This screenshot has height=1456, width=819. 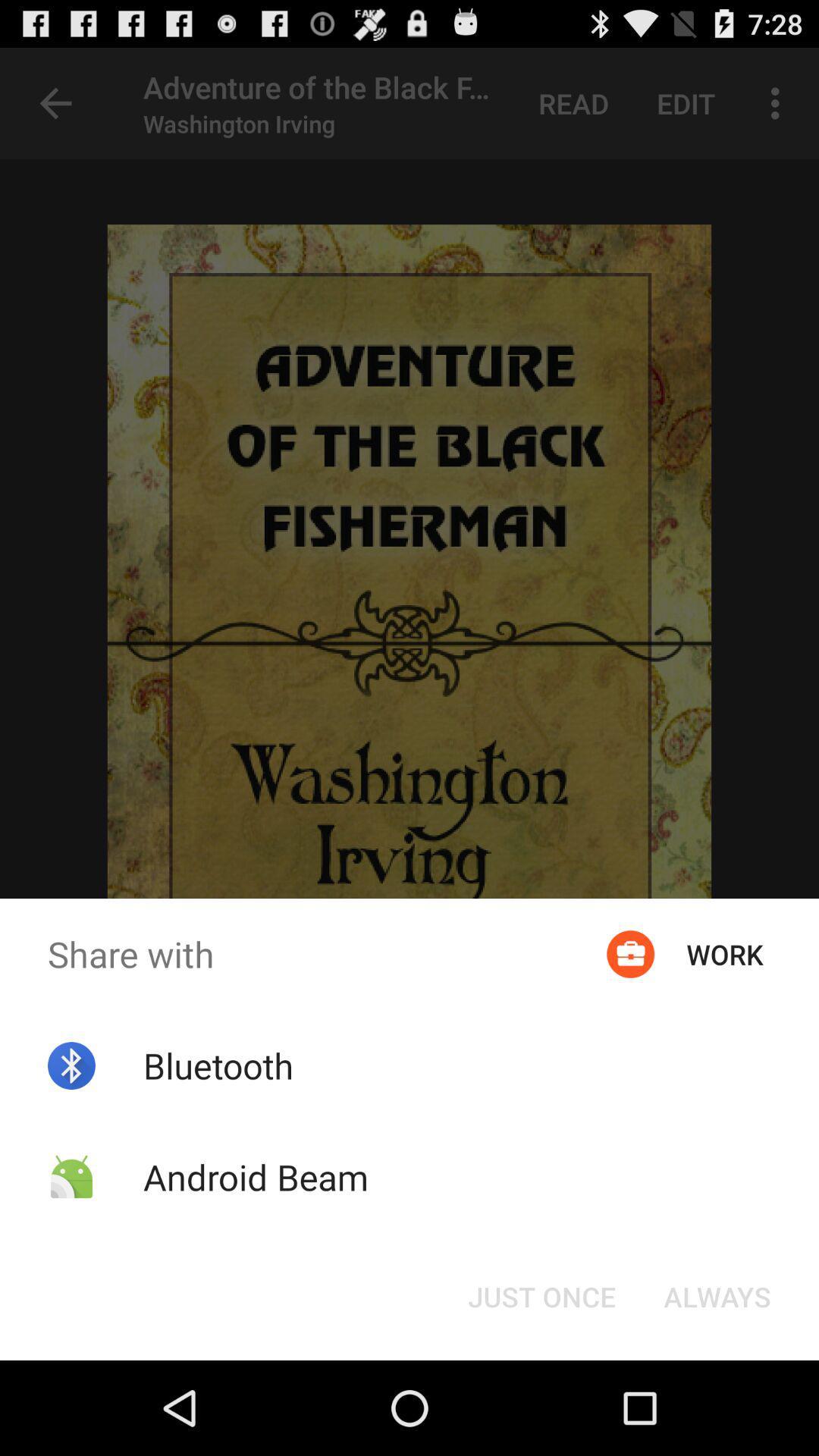 What do you see at coordinates (255, 1176) in the screenshot?
I see `the android beam app` at bounding box center [255, 1176].